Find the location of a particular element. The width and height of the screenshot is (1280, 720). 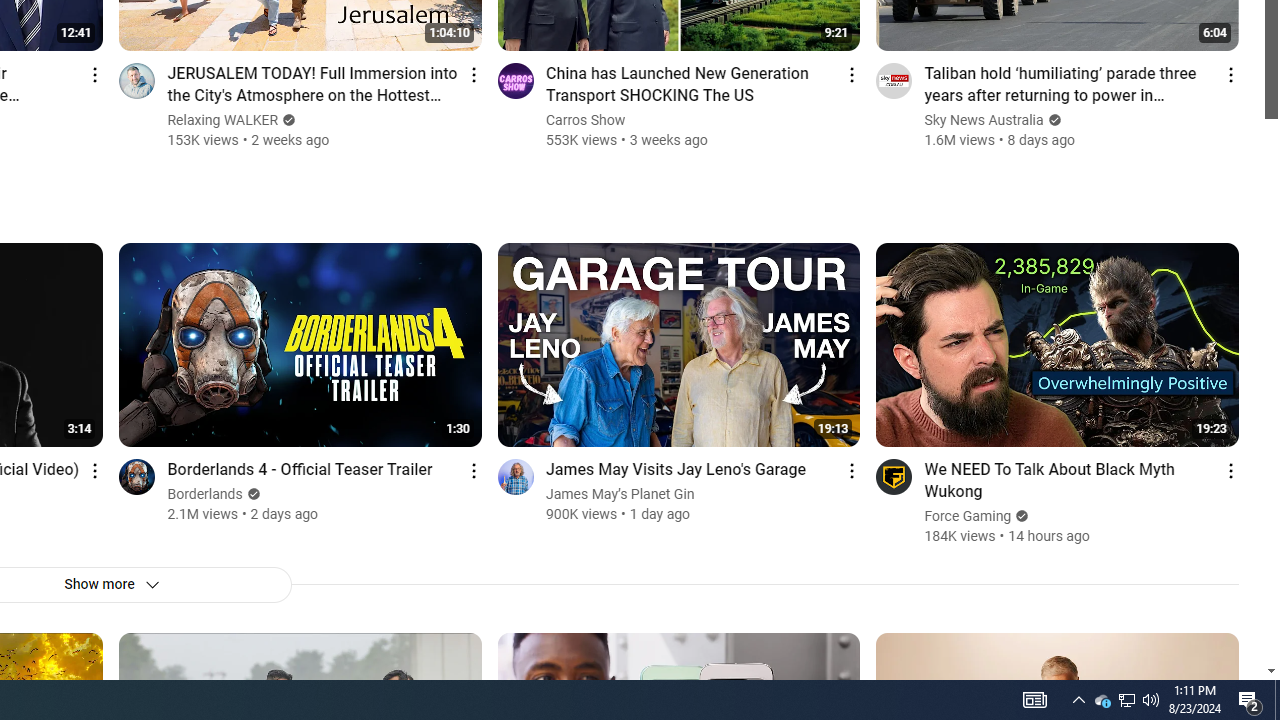

'Borderlands' is located at coordinates (205, 494).